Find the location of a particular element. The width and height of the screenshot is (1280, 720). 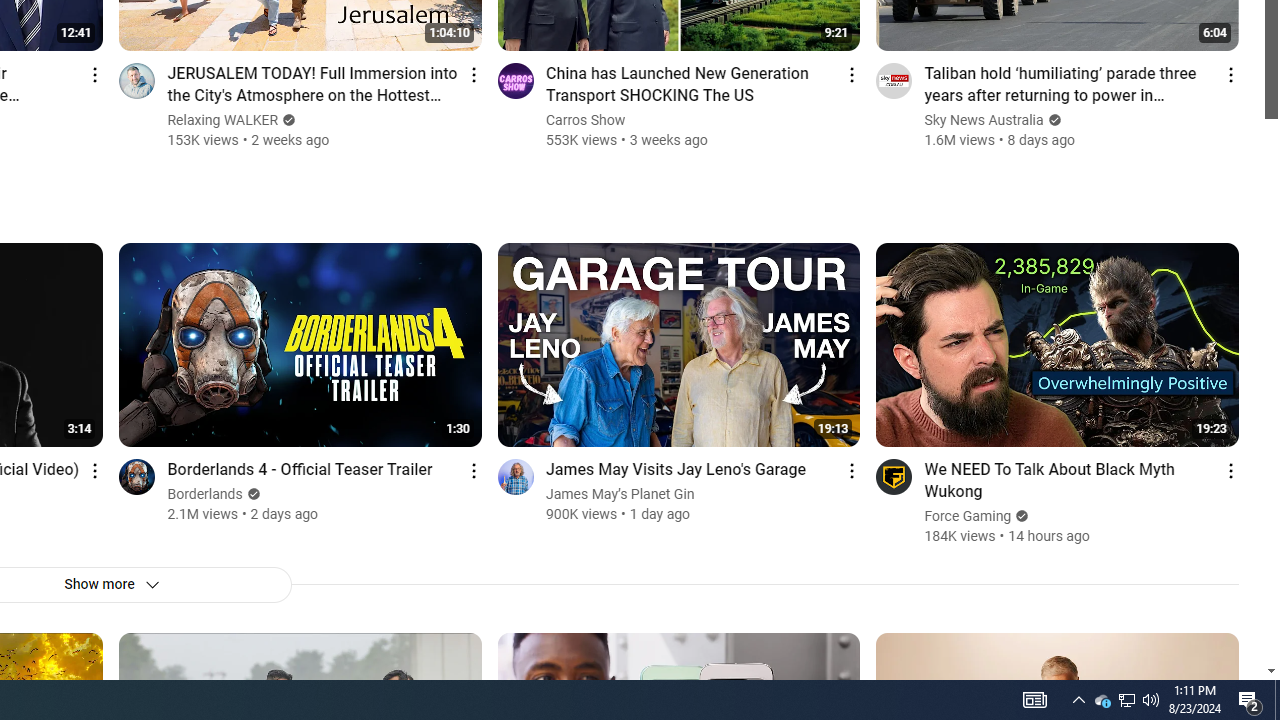

'Borderlands' is located at coordinates (205, 494).